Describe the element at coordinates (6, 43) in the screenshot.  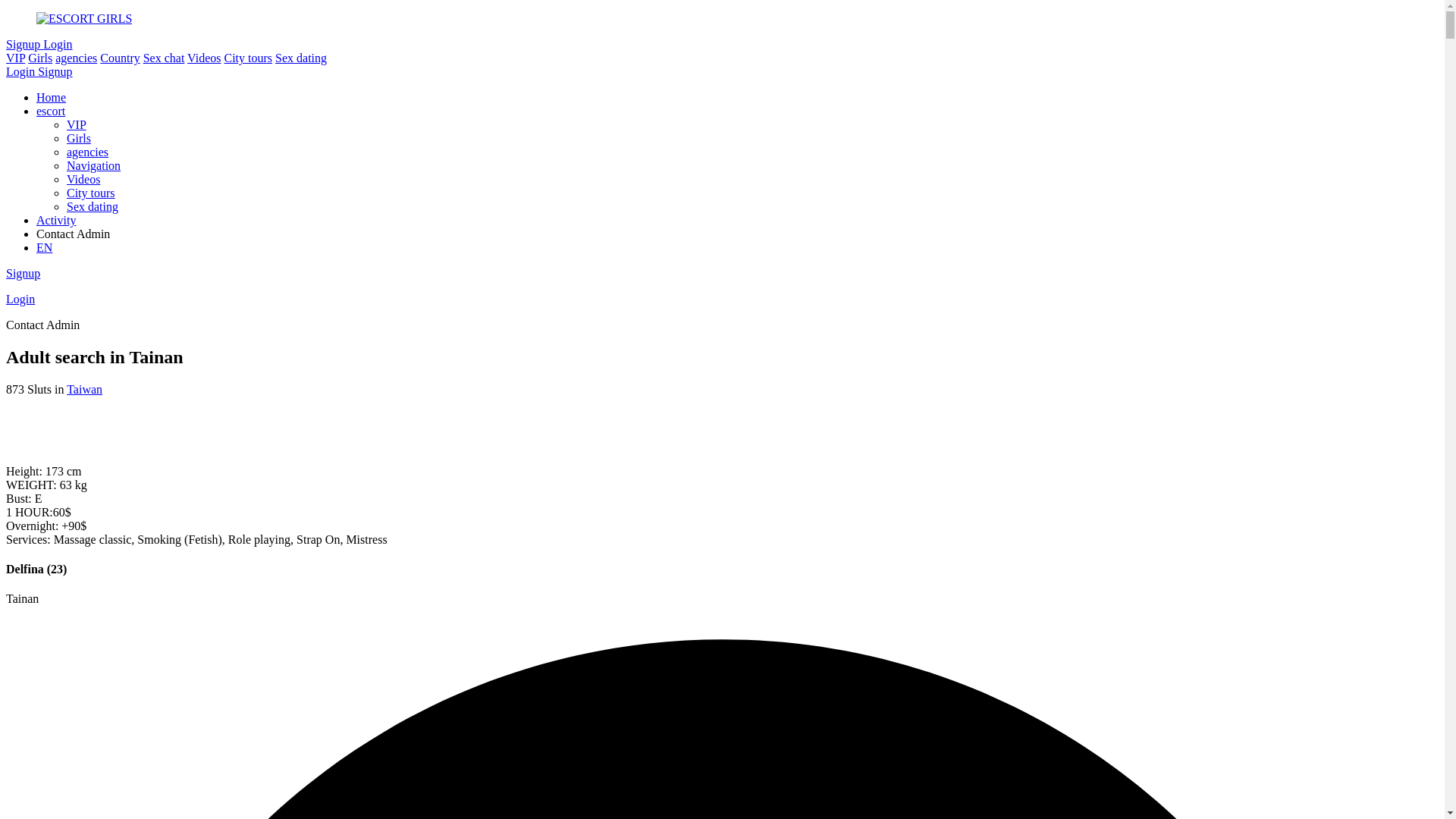
I see `'Signup'` at that location.